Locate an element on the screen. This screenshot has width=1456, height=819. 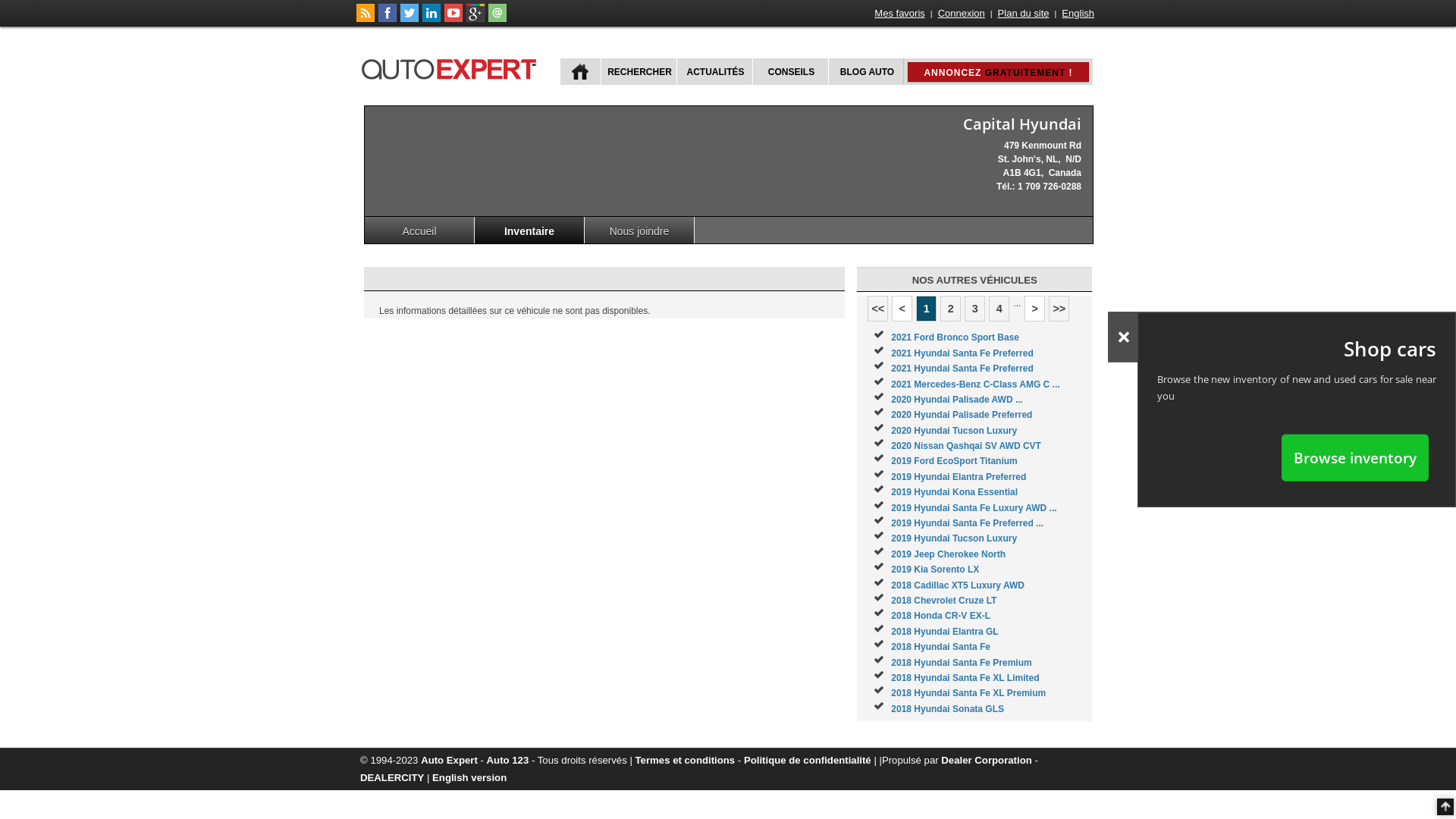
'autoExpert.ca' is located at coordinates (450, 66).